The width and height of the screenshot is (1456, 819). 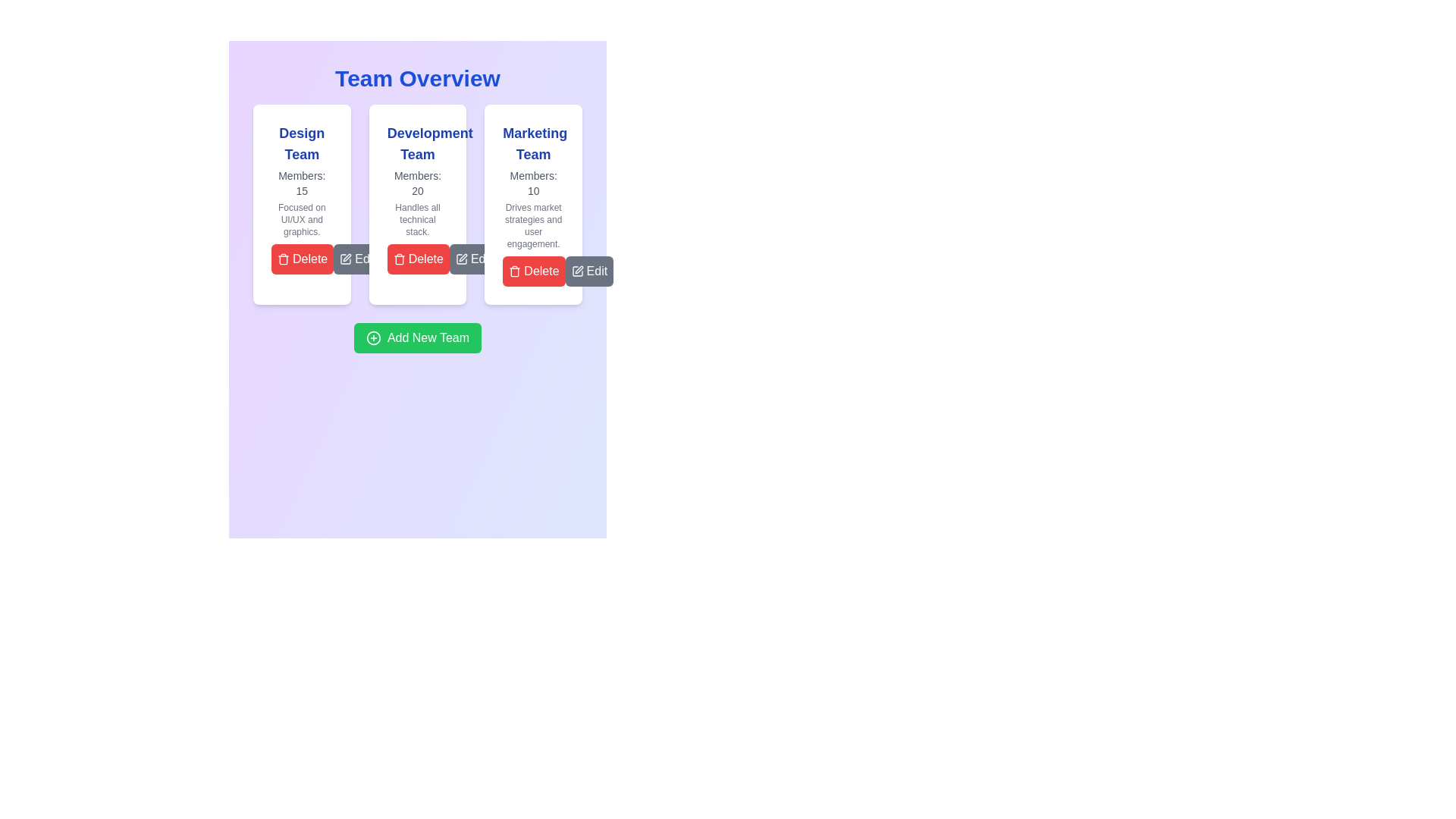 What do you see at coordinates (418, 79) in the screenshot?
I see `the static text header labeled 'Team Overview', which is prominently styled with large, bold, blue text centered at the top of the interface` at bounding box center [418, 79].